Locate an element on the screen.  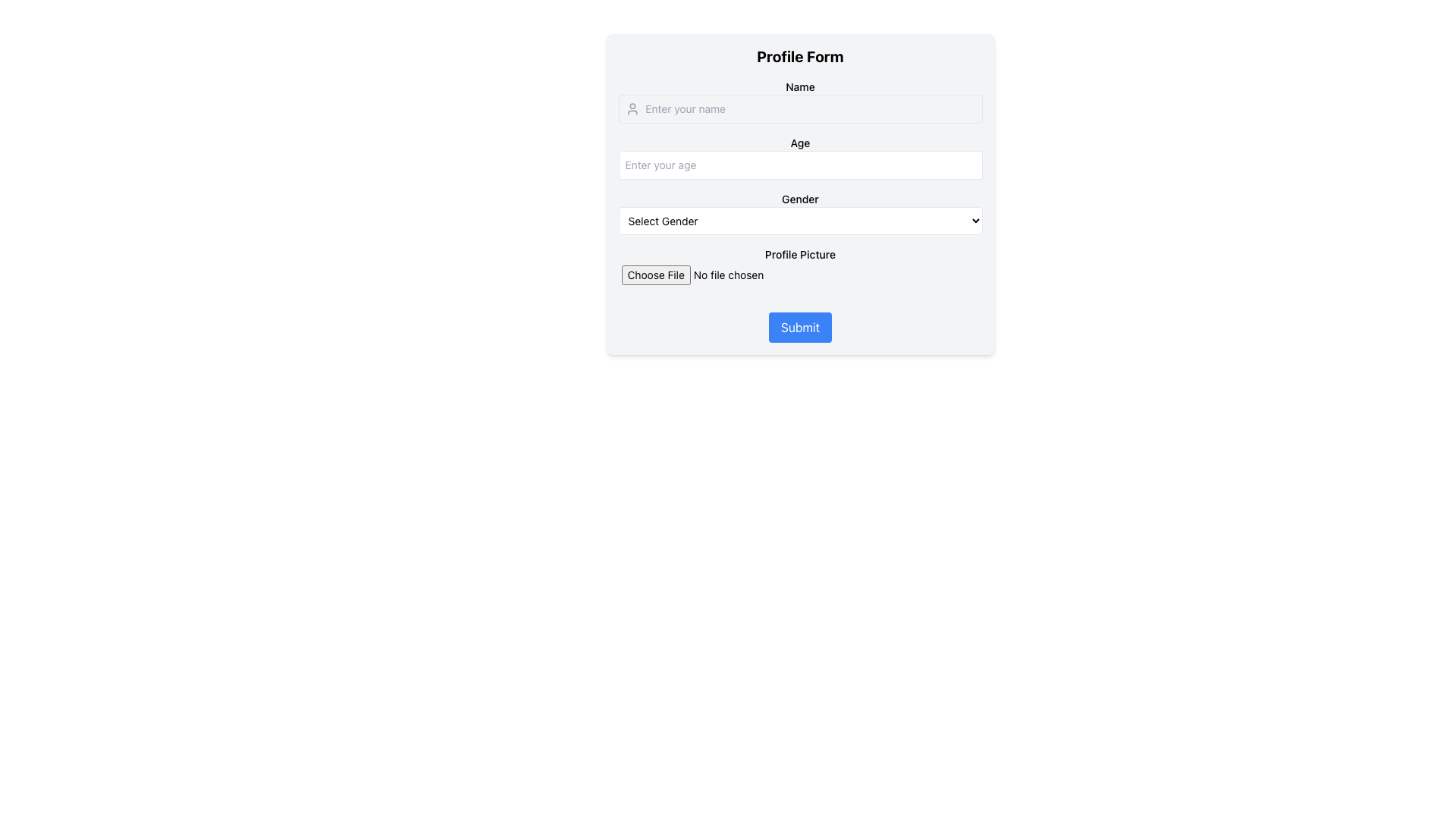
the dropdown menu labeled 'Gender' is located at coordinates (799, 221).